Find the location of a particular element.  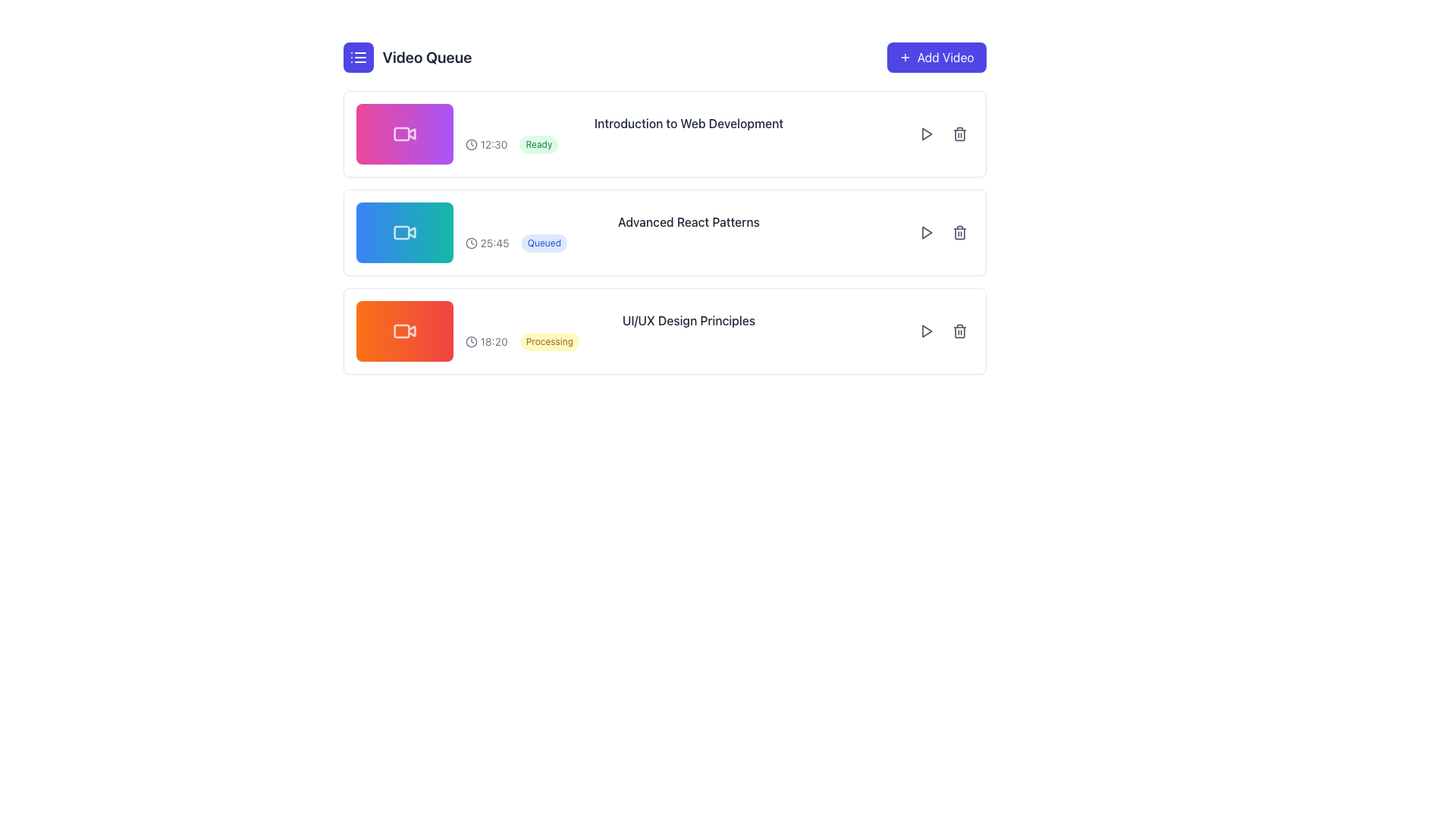

the delete action button for the 'UI/UX Design Principles' video entry is located at coordinates (959, 330).